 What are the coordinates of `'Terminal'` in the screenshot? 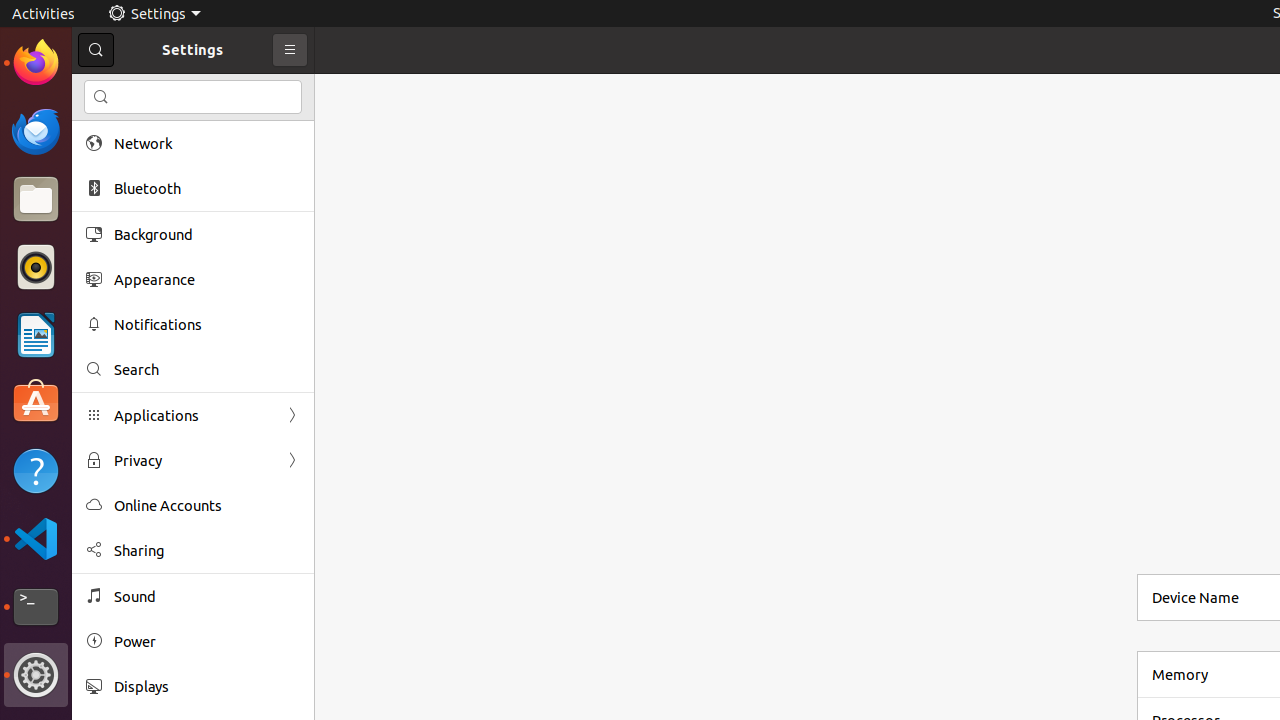 It's located at (35, 606).